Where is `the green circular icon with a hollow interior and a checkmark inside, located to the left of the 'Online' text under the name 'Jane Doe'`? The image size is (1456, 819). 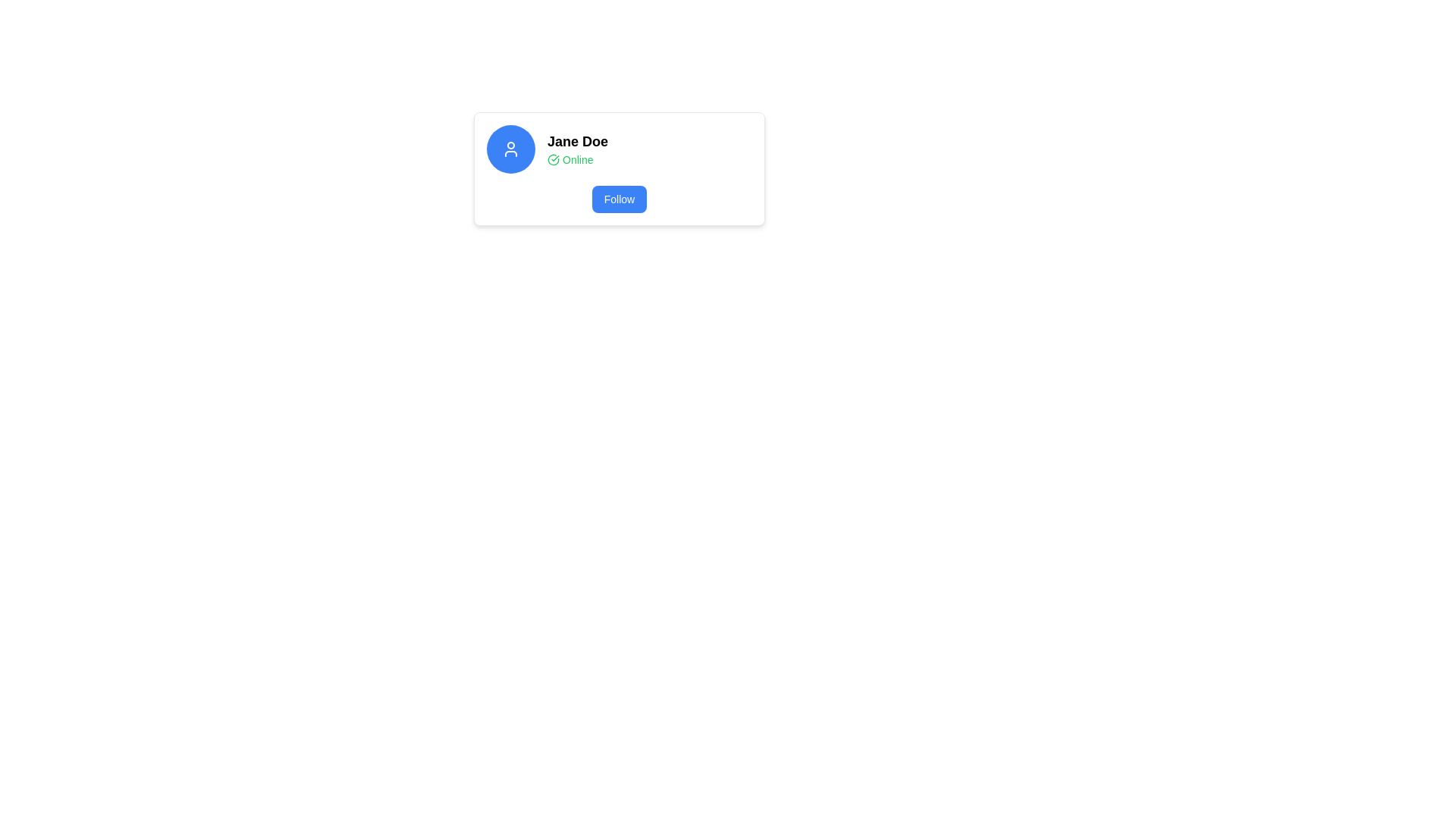
the green circular icon with a hollow interior and a checkmark inside, located to the left of the 'Online' text under the name 'Jane Doe' is located at coordinates (552, 160).